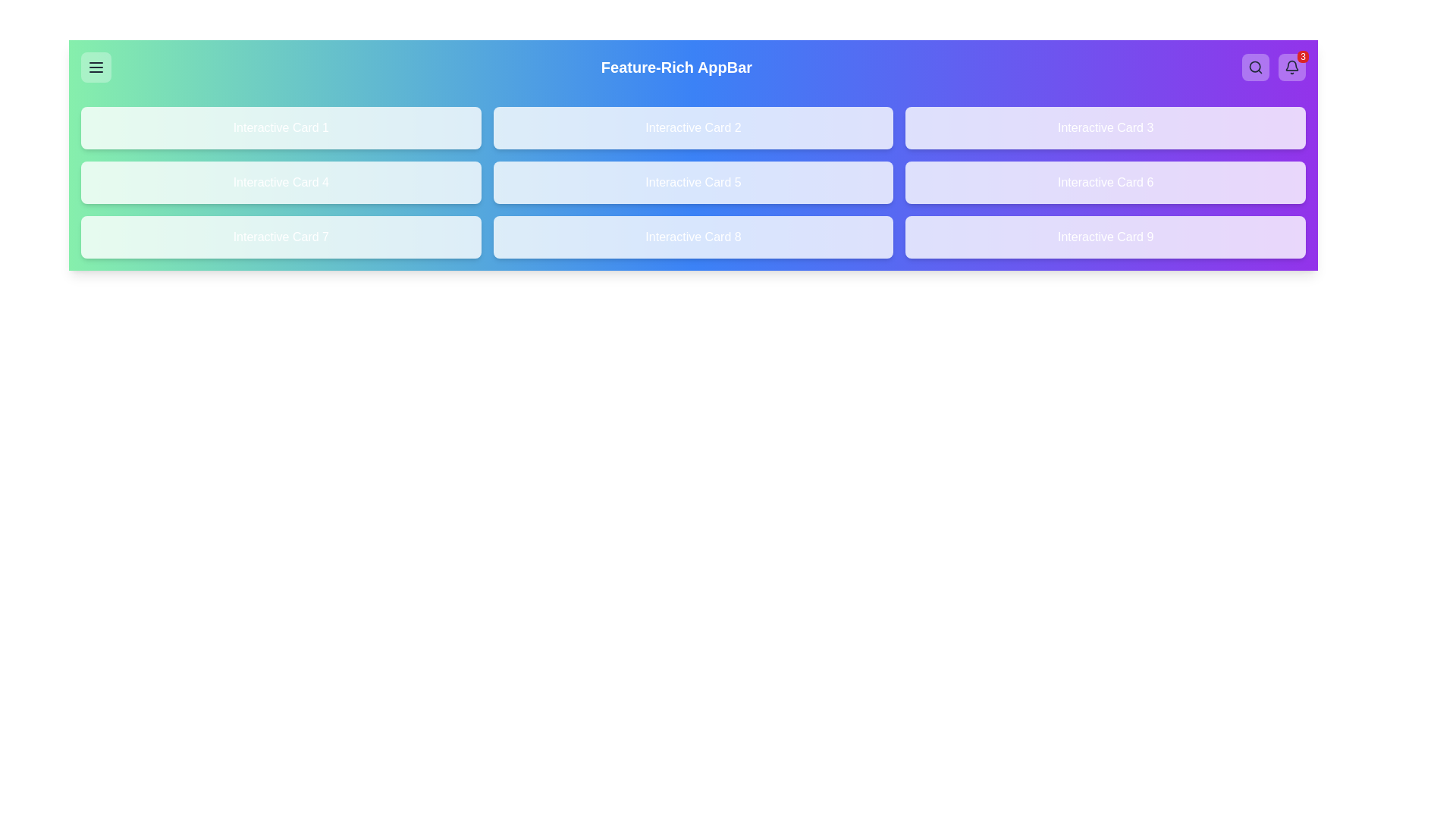 The image size is (1456, 819). Describe the element at coordinates (95, 66) in the screenshot. I see `the menu button to observe its hover effect` at that location.